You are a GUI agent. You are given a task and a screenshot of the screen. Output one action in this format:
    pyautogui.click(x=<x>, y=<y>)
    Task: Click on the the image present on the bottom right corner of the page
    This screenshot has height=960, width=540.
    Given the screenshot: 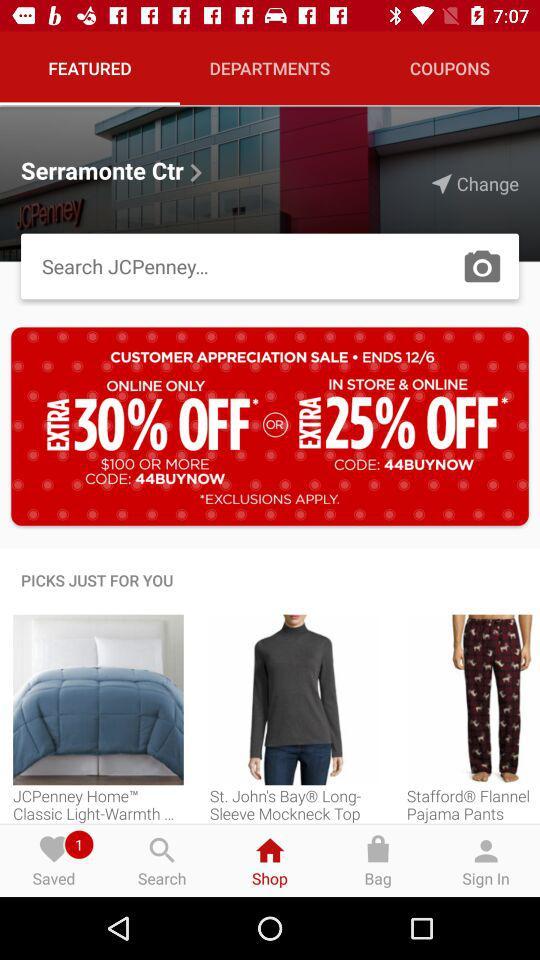 What is the action you would take?
    pyautogui.click(x=472, y=700)
    